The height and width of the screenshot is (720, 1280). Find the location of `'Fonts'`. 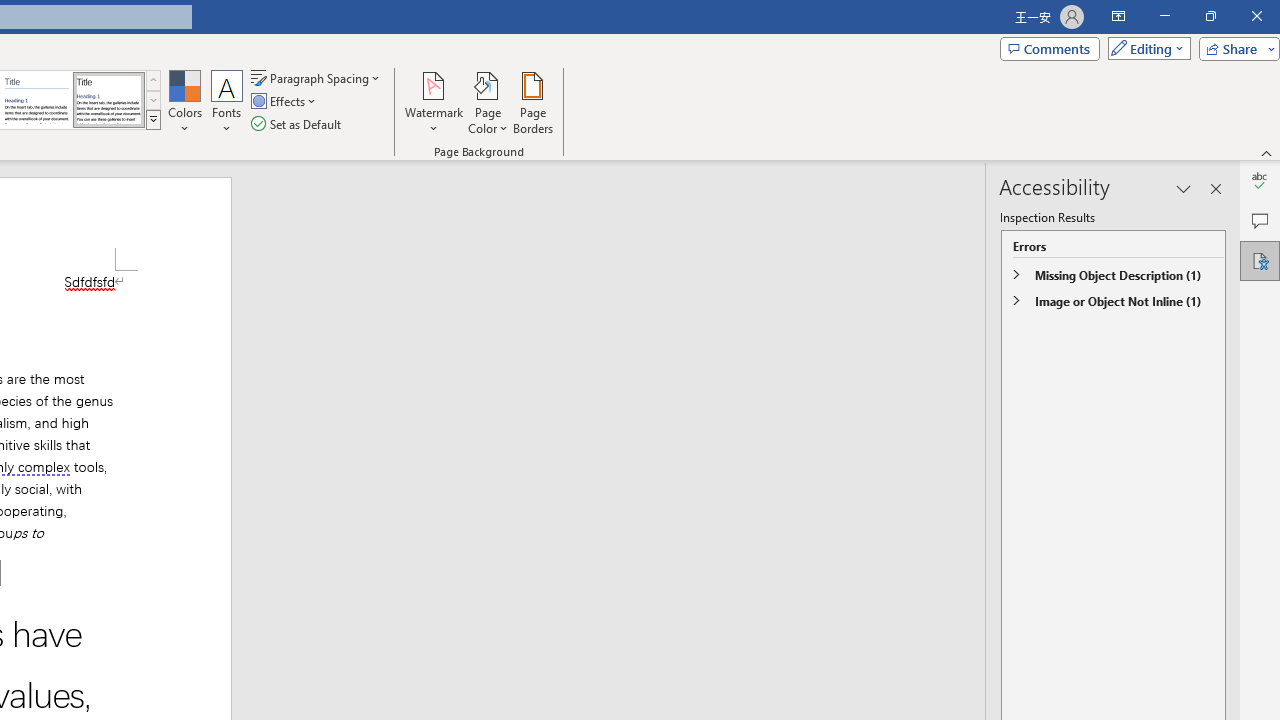

'Fonts' is located at coordinates (227, 103).